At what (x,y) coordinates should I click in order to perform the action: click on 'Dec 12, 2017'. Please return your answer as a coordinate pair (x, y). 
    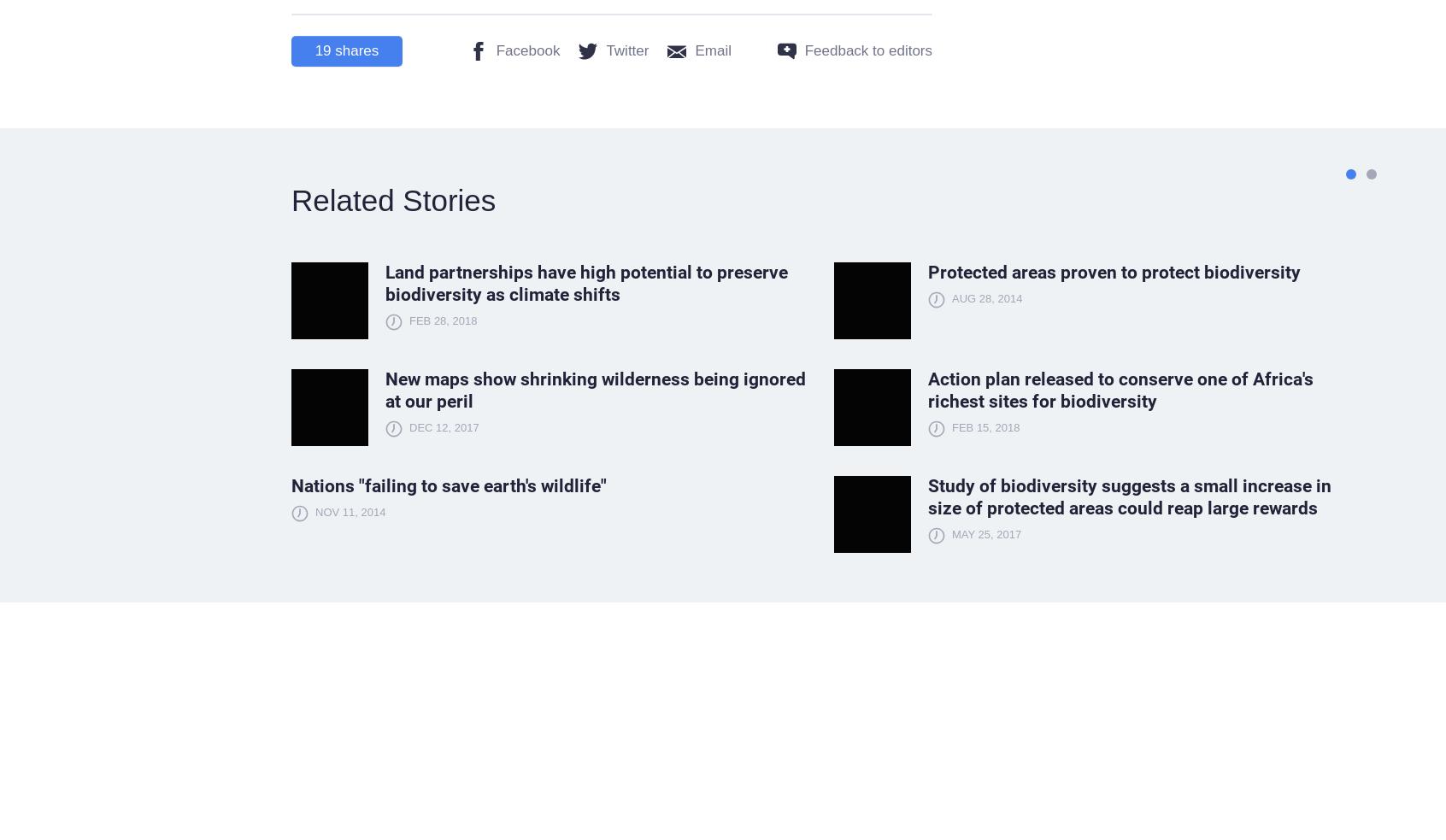
    Looking at the image, I should click on (409, 427).